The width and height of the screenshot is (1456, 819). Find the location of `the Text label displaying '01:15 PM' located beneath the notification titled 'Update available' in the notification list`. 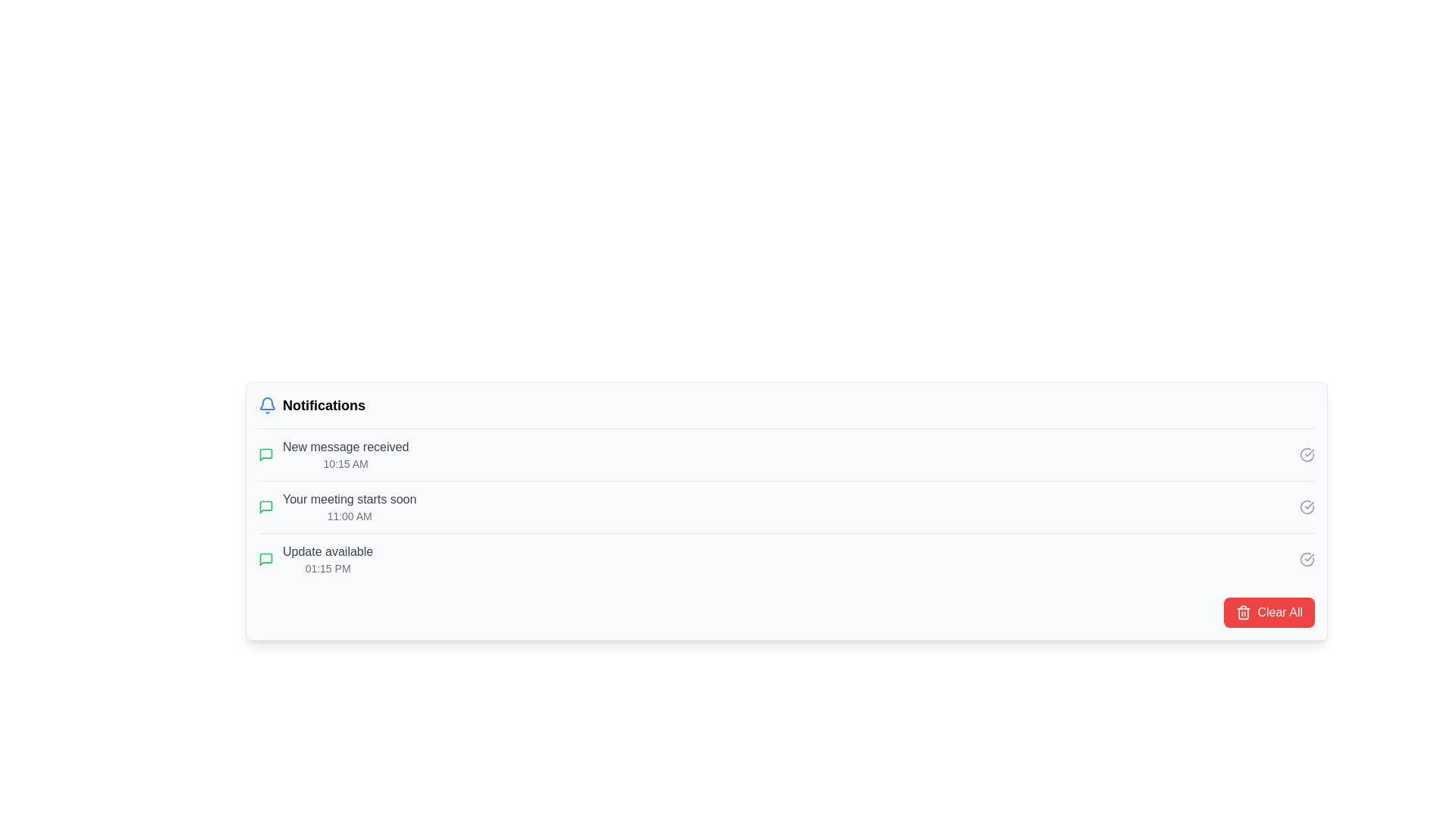

the Text label displaying '01:15 PM' located beneath the notification titled 'Update available' in the notification list is located at coordinates (327, 568).